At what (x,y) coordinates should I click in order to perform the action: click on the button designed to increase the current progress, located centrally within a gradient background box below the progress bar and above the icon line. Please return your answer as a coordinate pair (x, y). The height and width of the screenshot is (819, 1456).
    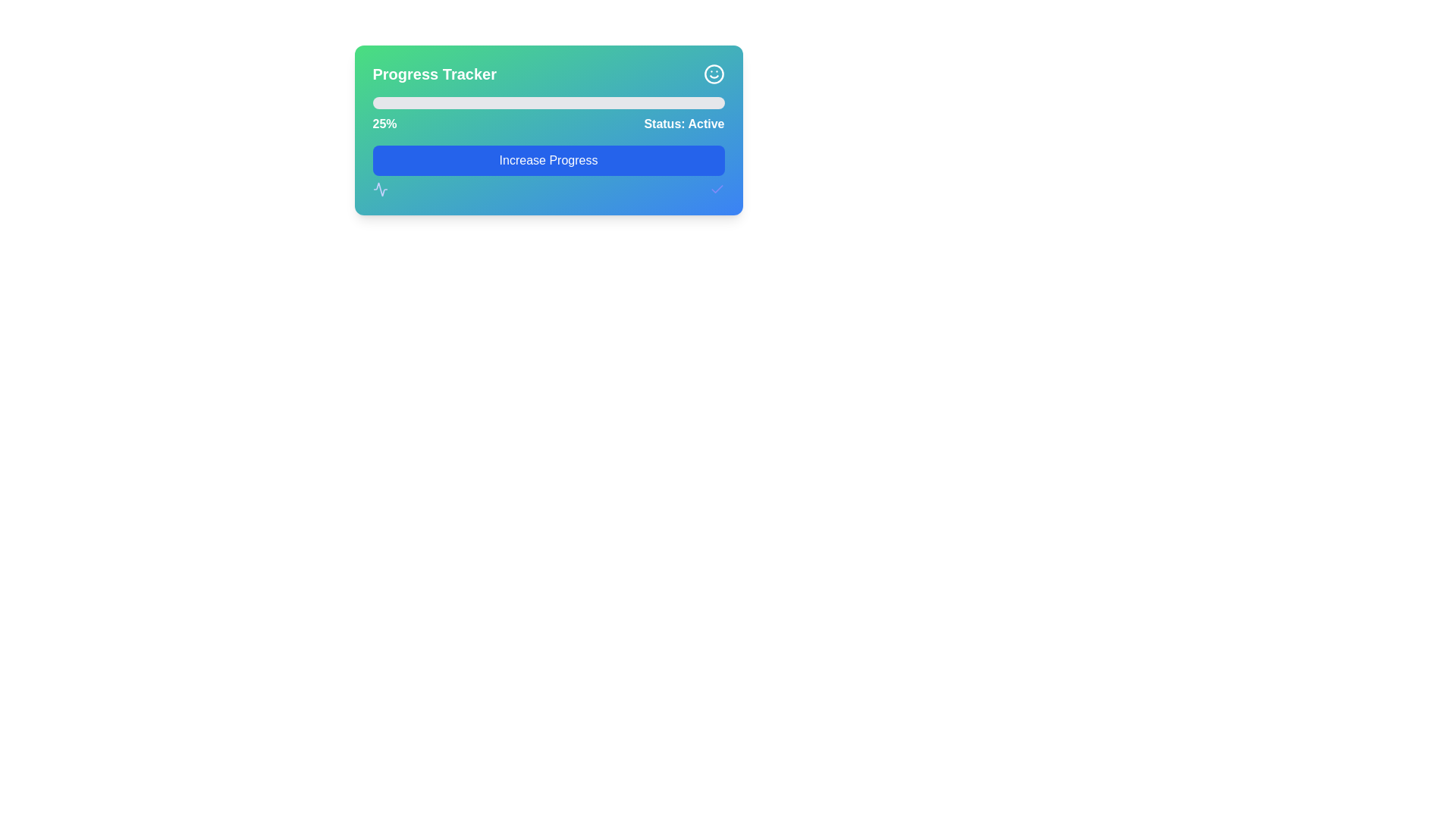
    Looking at the image, I should click on (548, 171).